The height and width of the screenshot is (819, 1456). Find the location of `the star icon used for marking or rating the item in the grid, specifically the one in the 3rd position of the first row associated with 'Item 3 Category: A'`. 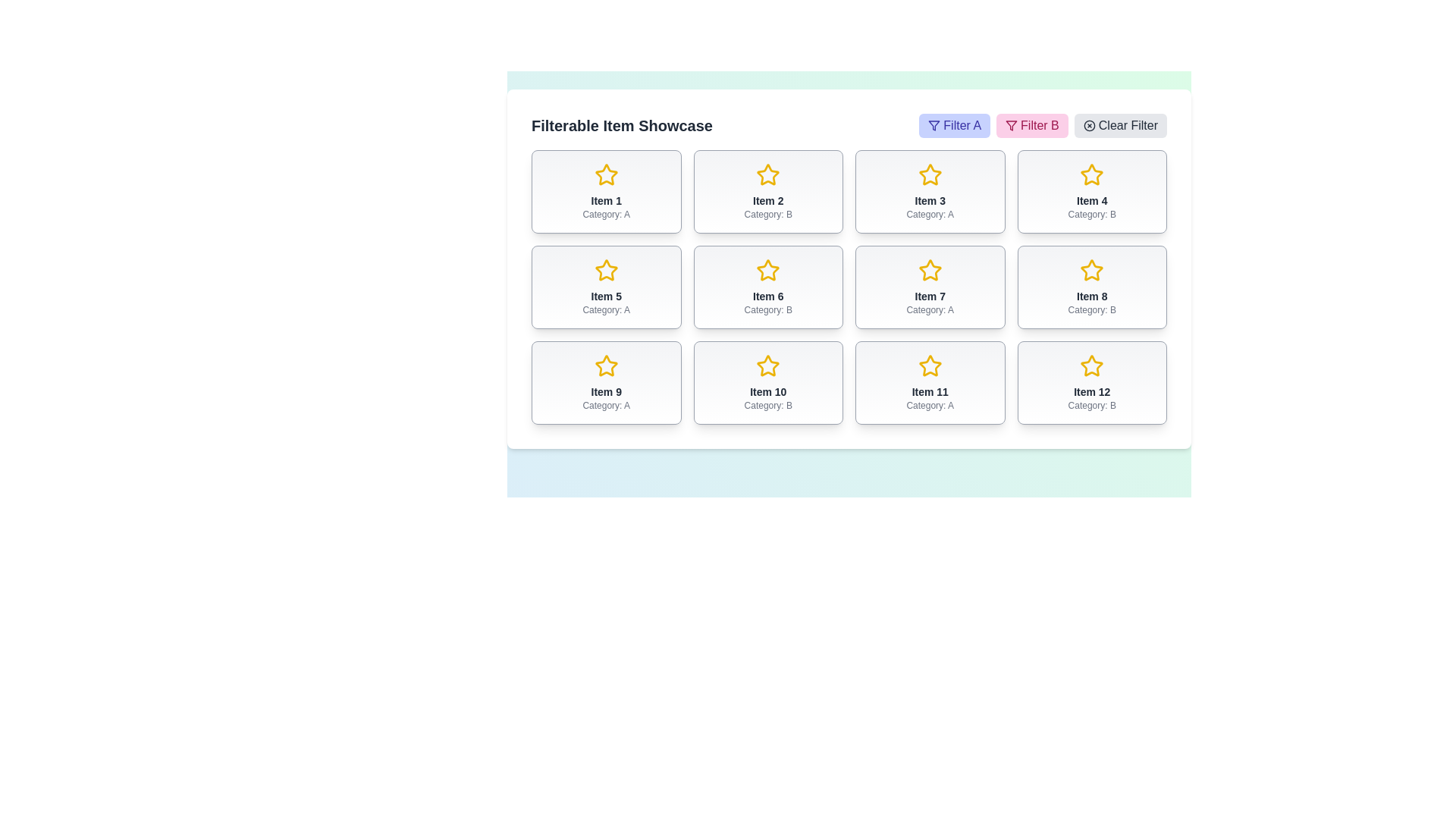

the star icon used for marking or rating the item in the grid, specifically the one in the 3rd position of the first row associated with 'Item 3 Category: A' is located at coordinates (929, 174).